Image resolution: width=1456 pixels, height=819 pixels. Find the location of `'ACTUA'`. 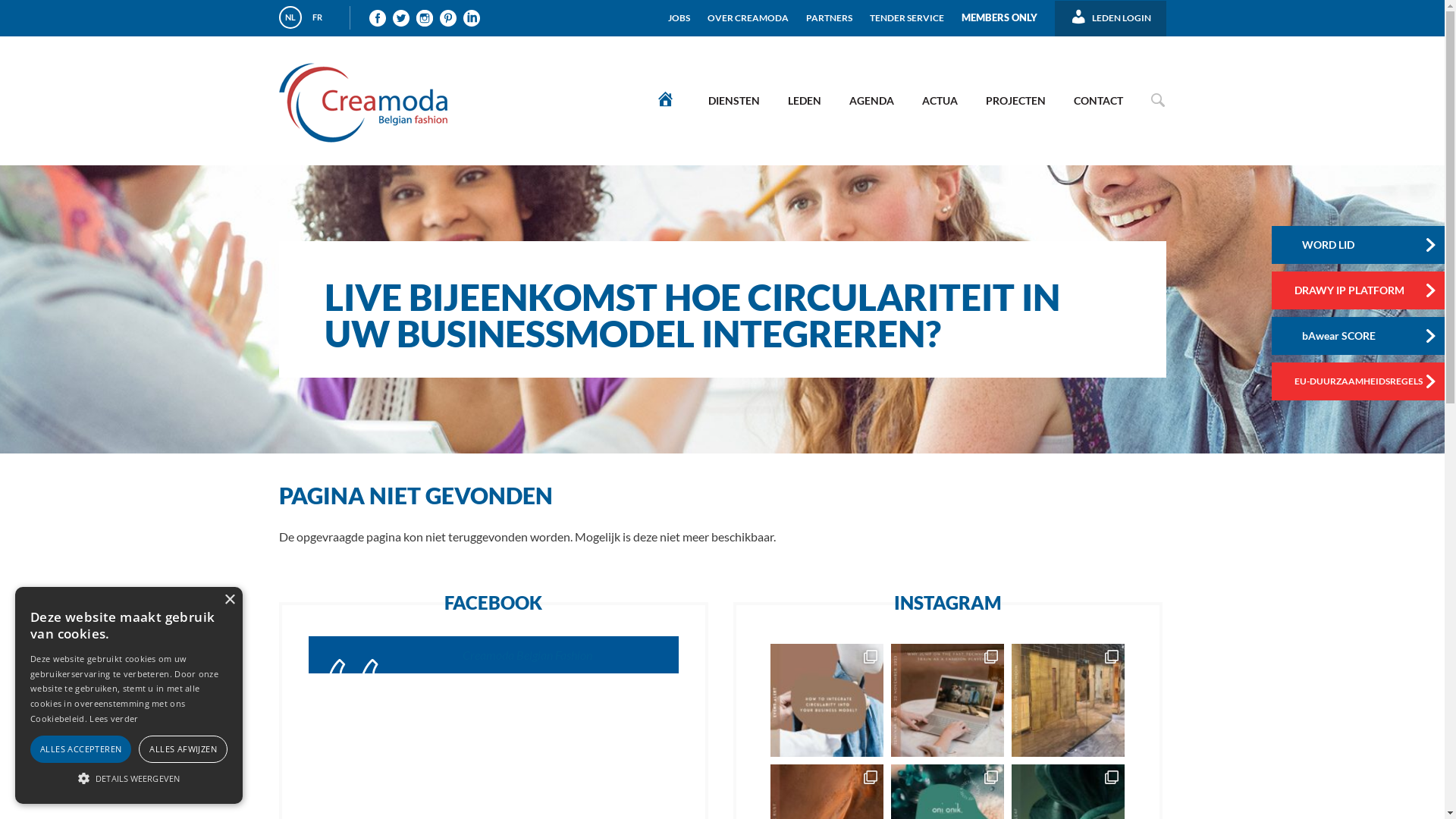

'ACTUA' is located at coordinates (938, 100).